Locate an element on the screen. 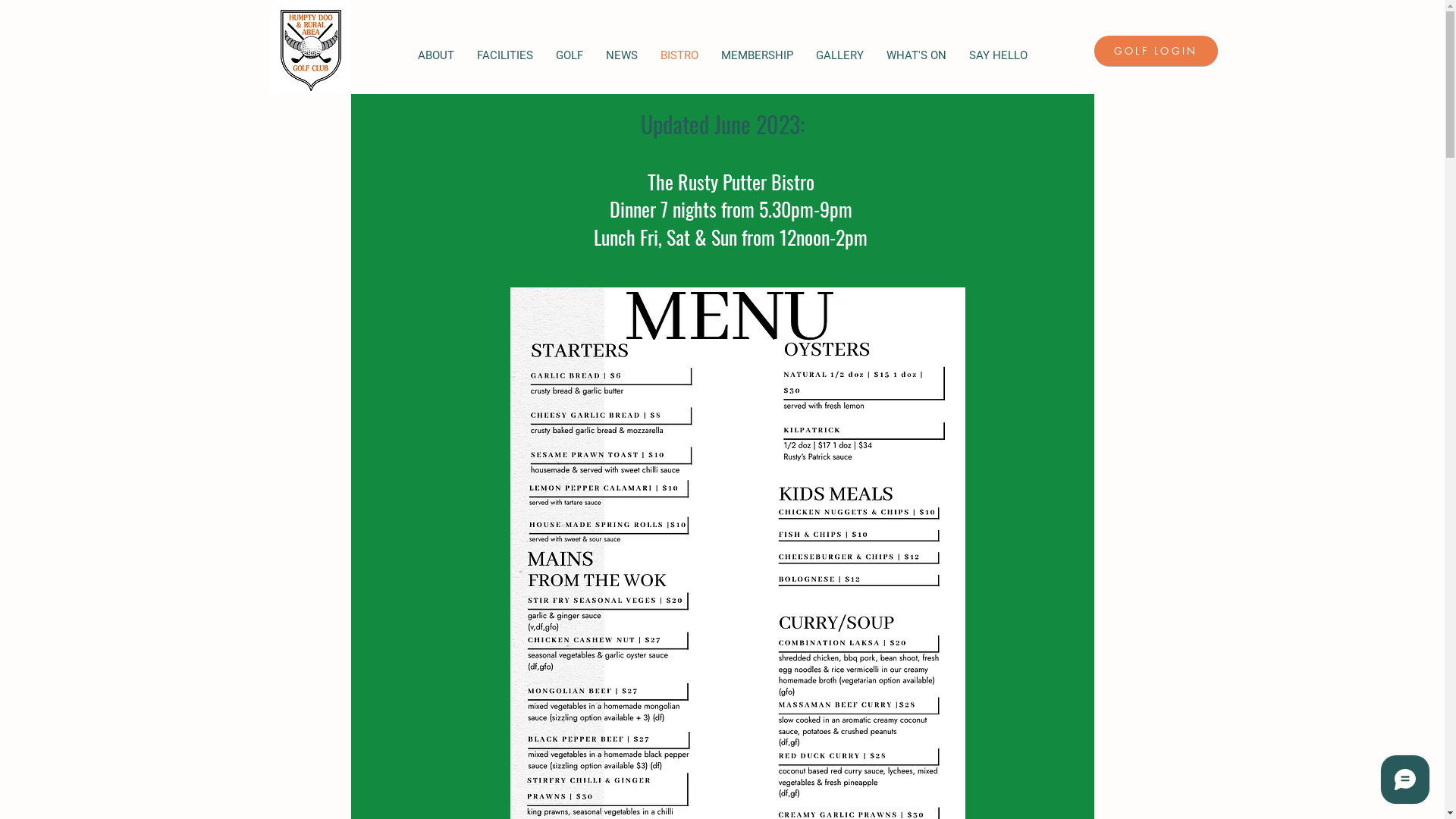 The width and height of the screenshot is (1456, 819). 'FACILITIES' is located at coordinates (505, 55).